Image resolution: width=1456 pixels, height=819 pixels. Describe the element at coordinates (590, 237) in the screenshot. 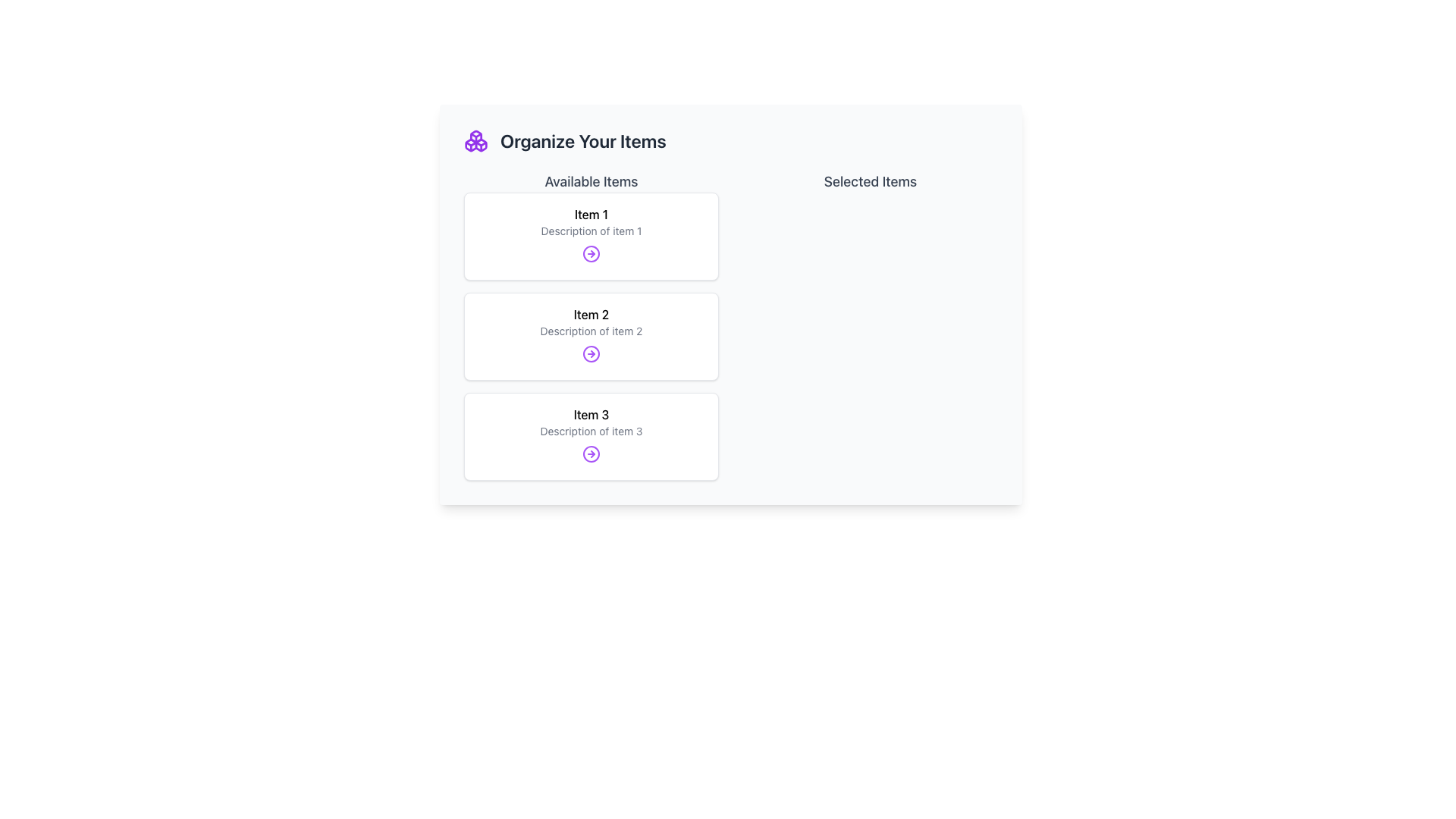

I see `the first informational card summarizing 'Item 1' in the 'Available Items' column` at that location.